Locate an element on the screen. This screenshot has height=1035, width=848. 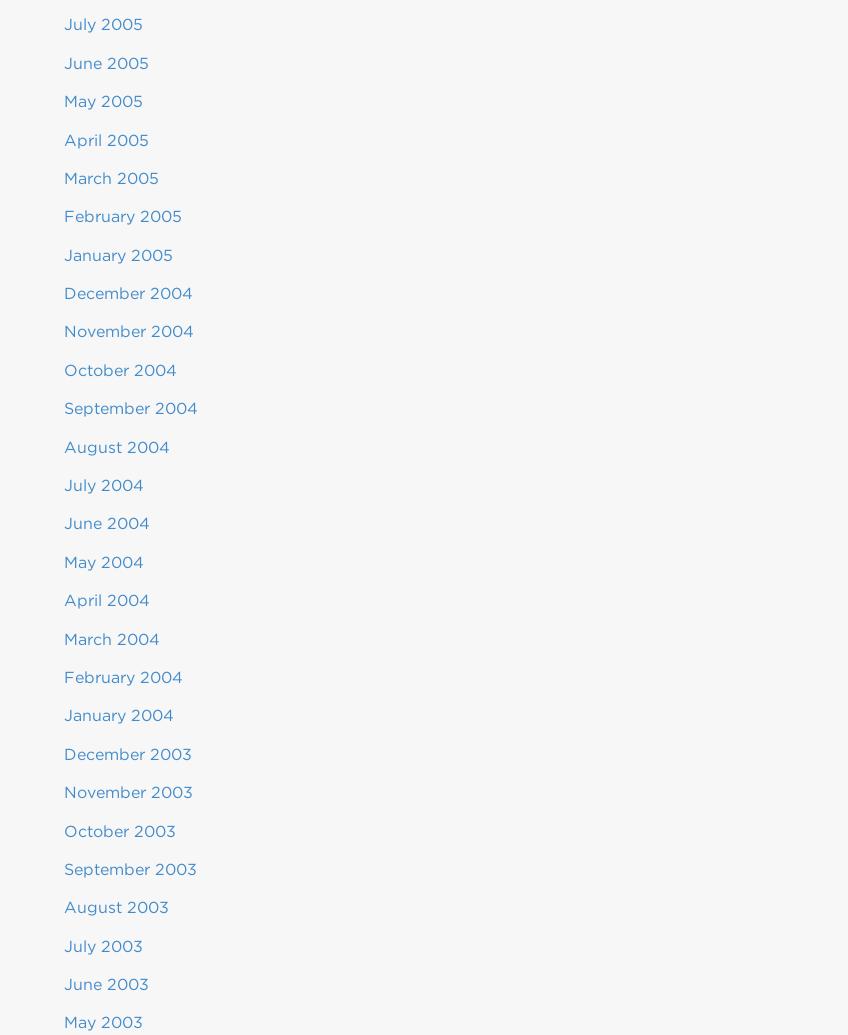
'July 2005' is located at coordinates (103, 24).